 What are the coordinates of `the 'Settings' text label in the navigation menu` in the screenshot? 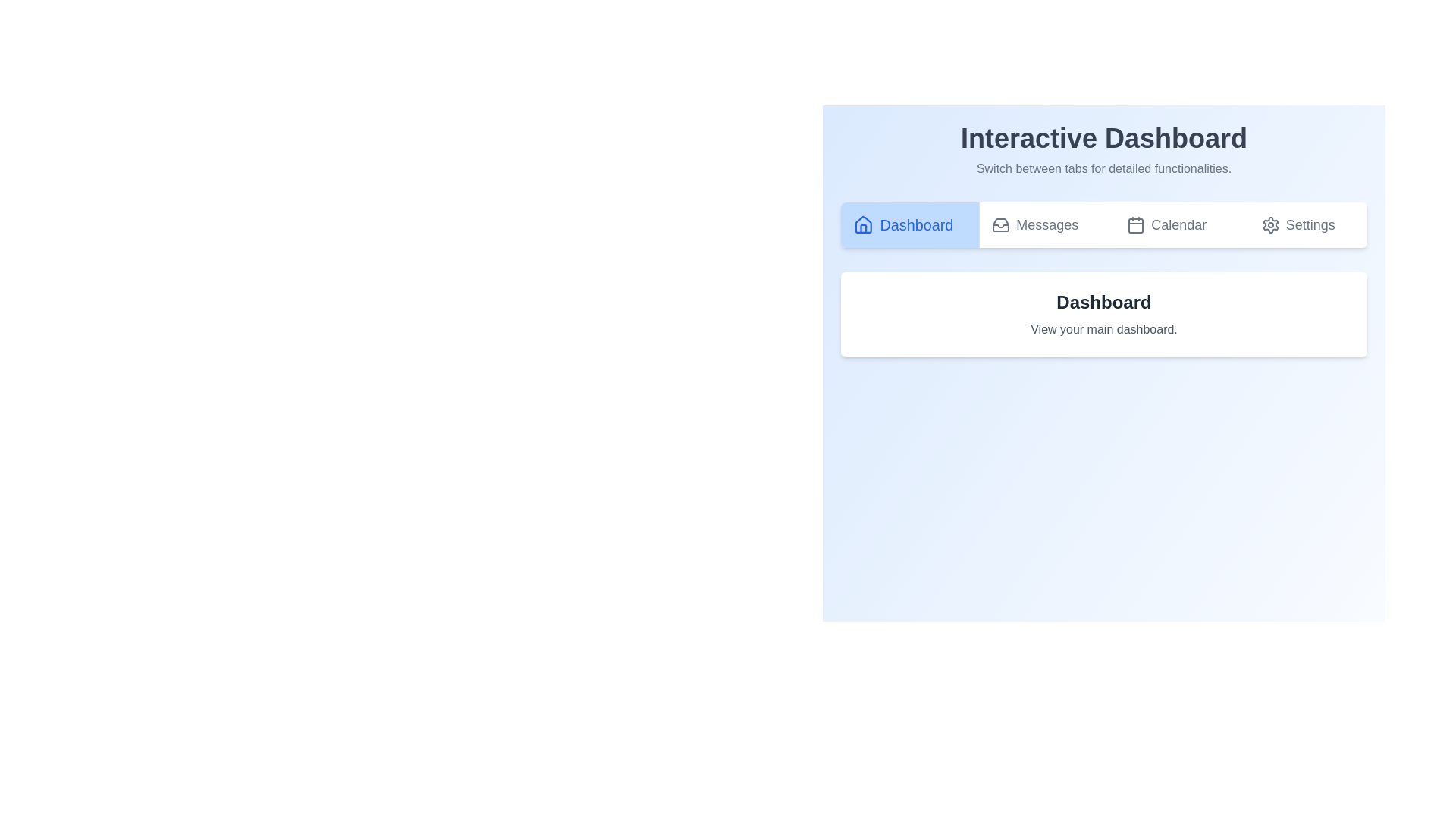 It's located at (1310, 225).